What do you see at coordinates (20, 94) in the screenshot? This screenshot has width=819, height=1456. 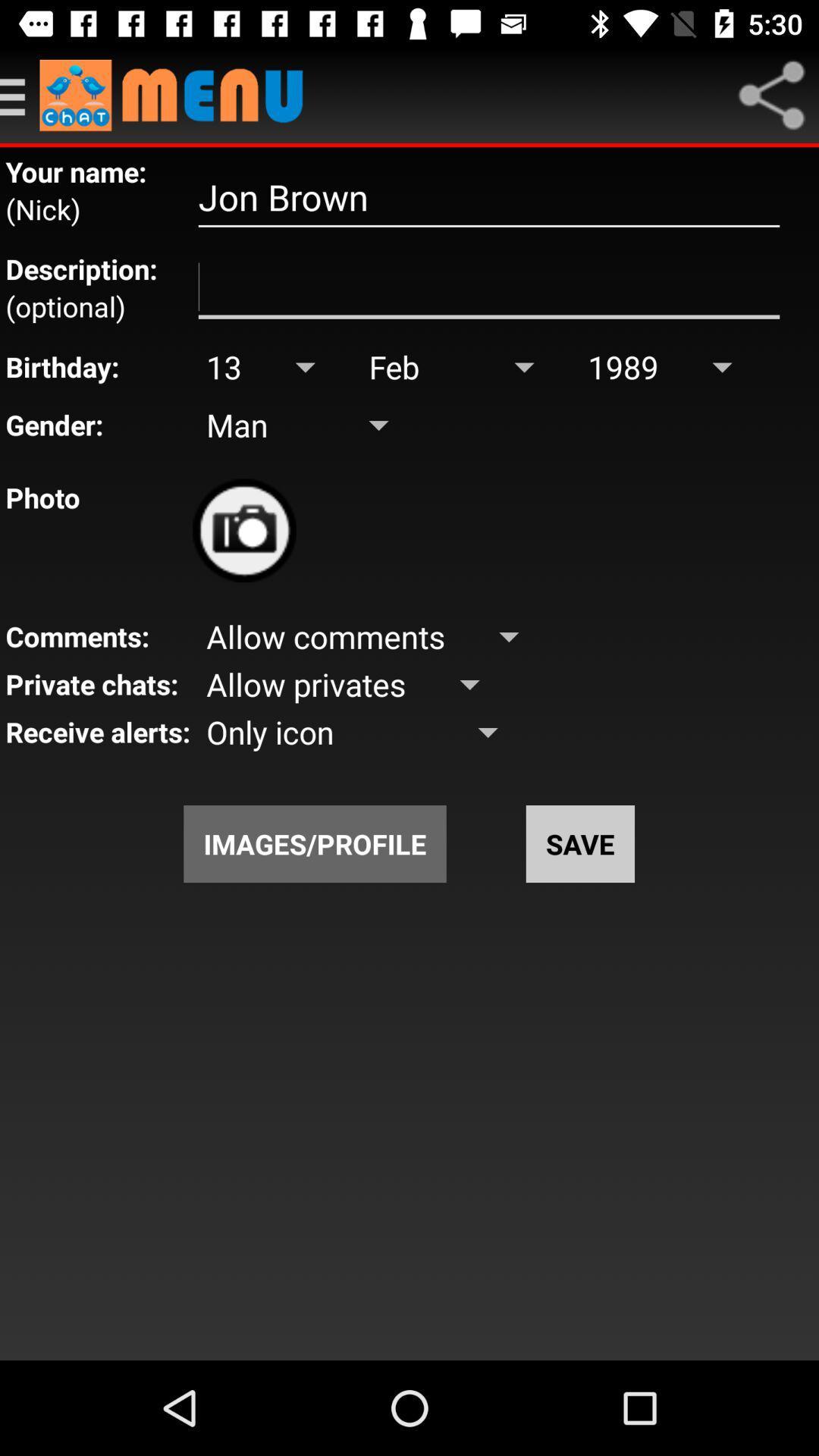 I see `open side men` at bounding box center [20, 94].